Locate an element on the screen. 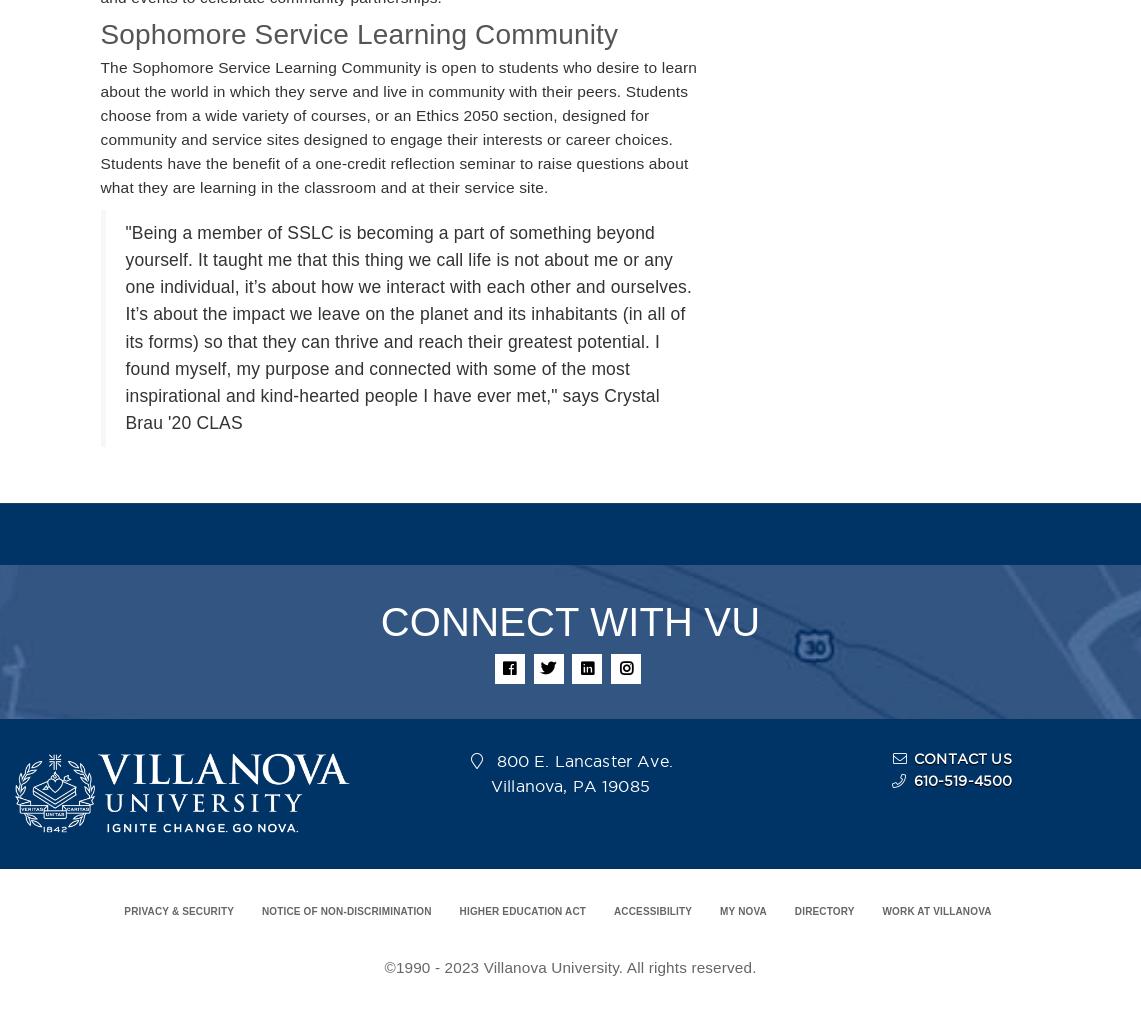 The height and width of the screenshot is (1021, 1141). 'CONTACT US' is located at coordinates (913, 759).